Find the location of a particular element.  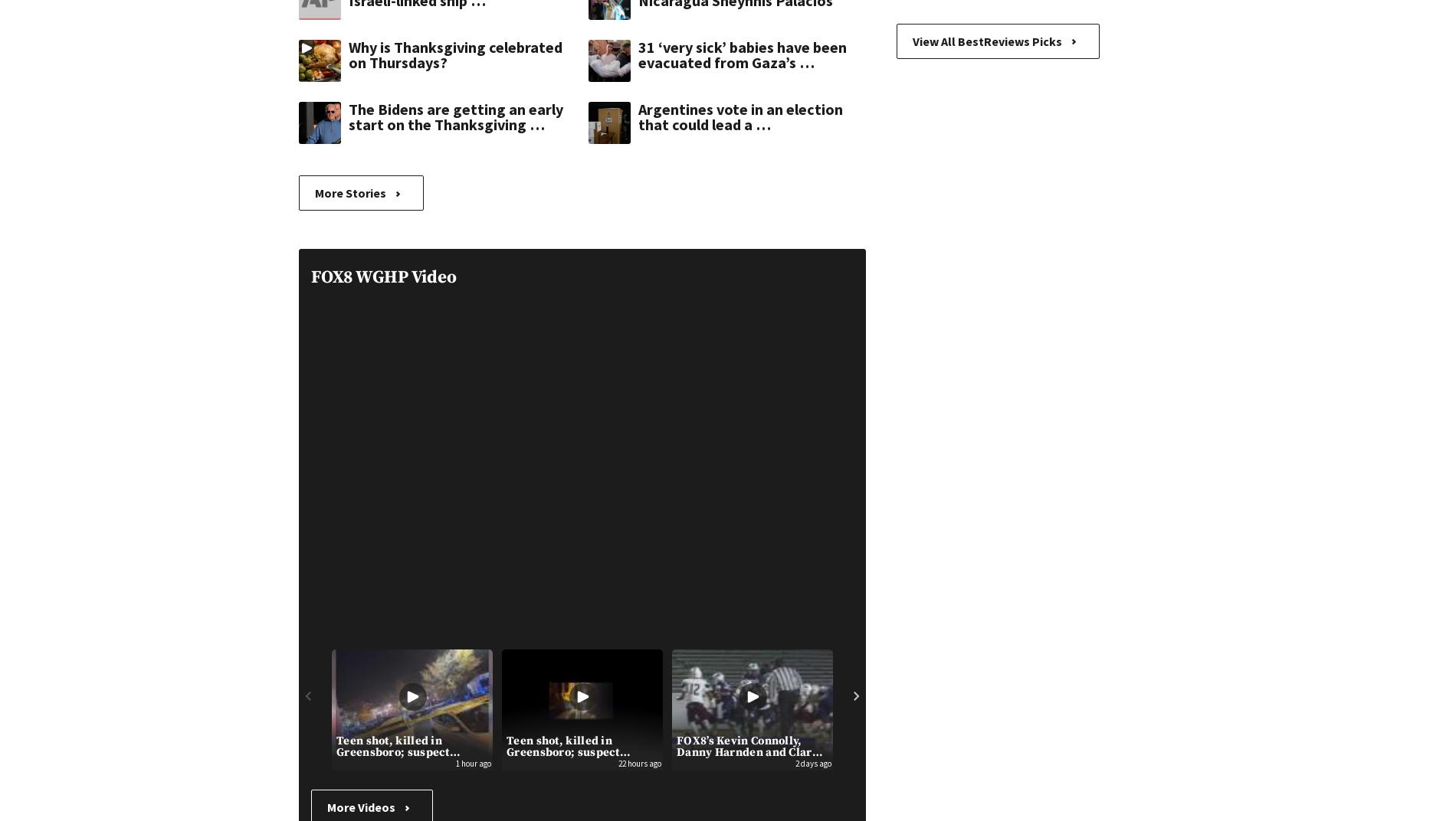

'Argentines vote in an election that could lead a …' is located at coordinates (740, 116).